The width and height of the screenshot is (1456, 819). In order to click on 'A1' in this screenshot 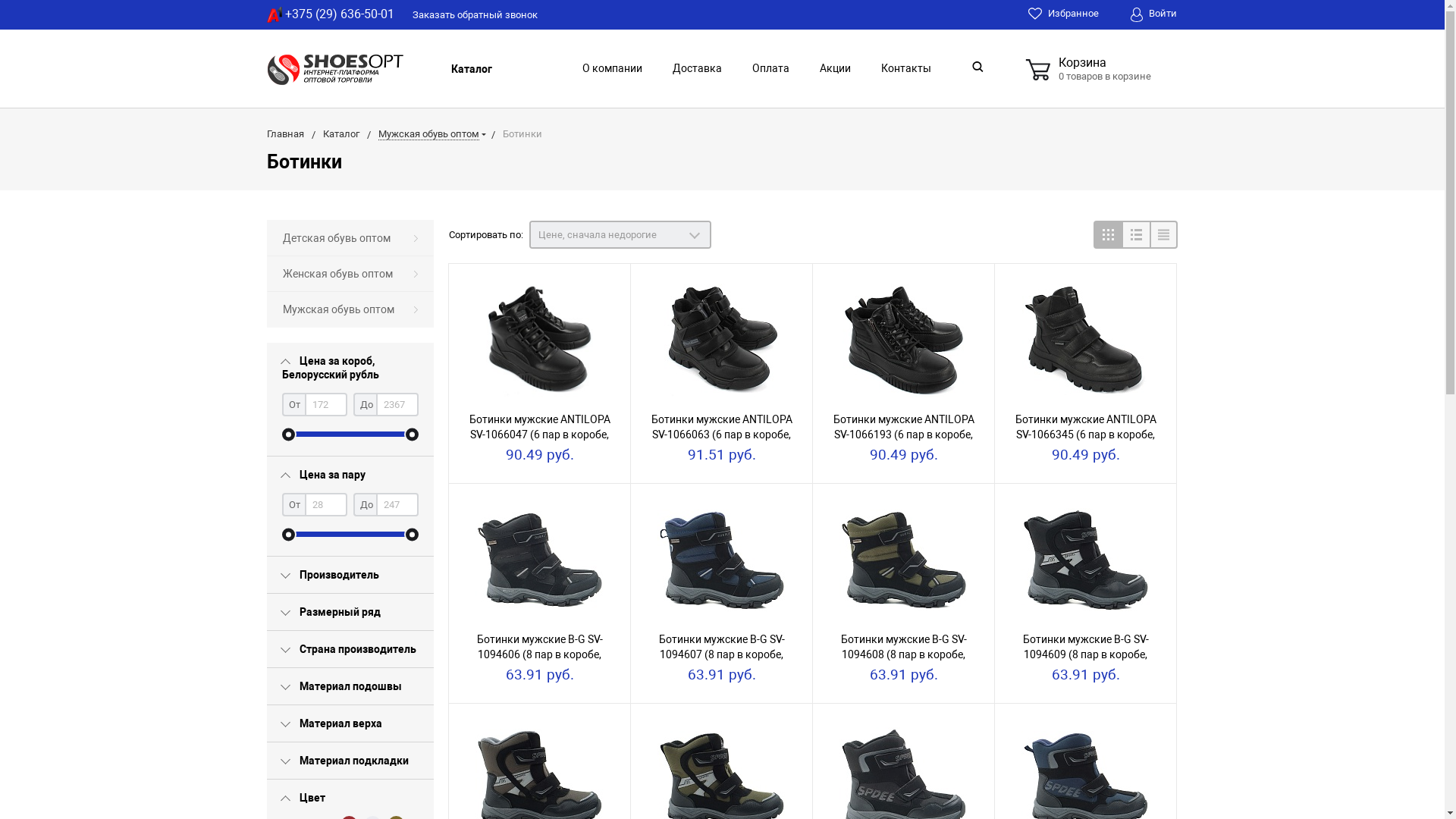, I will do `click(274, 14)`.